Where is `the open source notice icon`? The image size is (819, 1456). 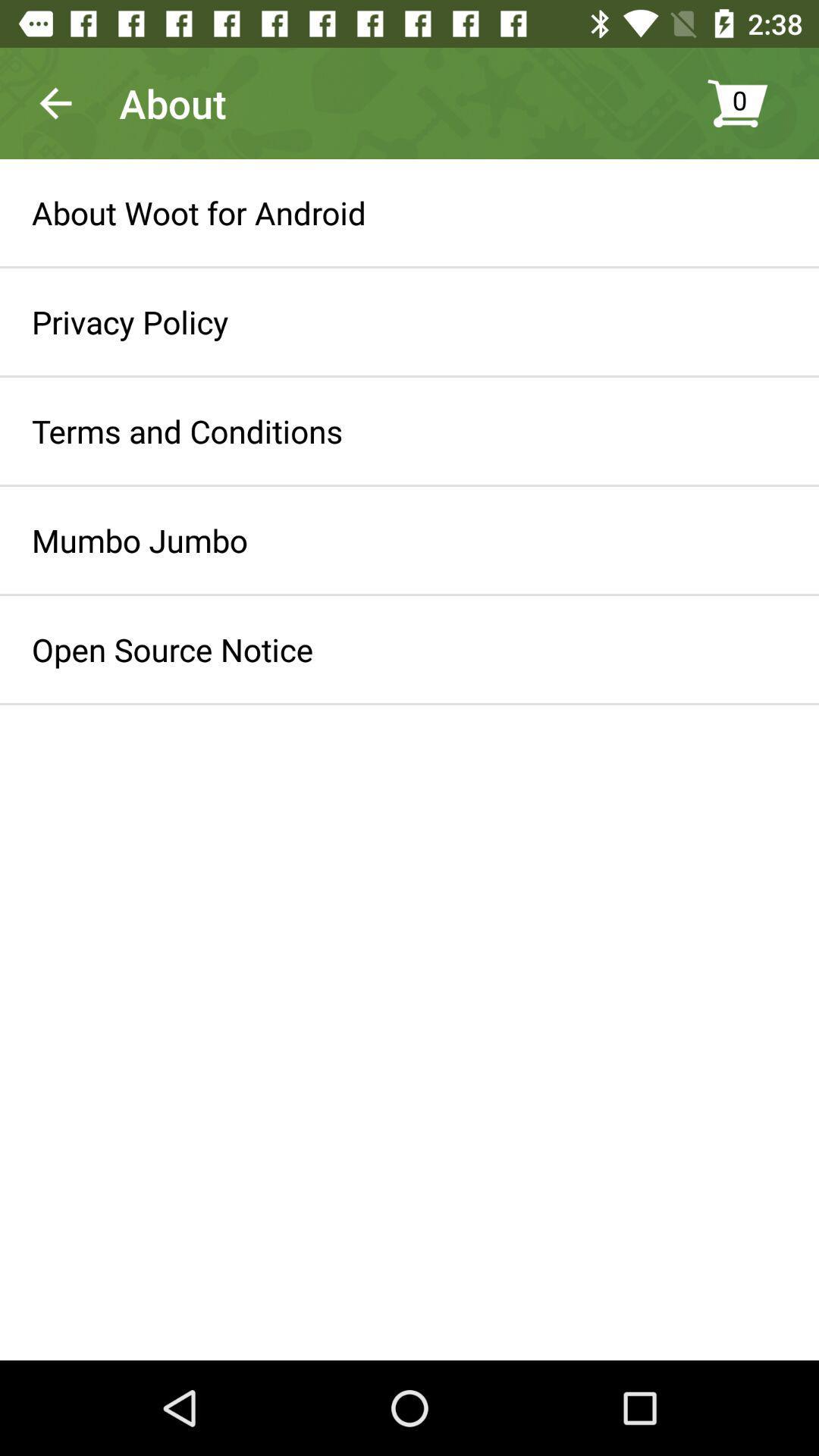 the open source notice icon is located at coordinates (171, 649).